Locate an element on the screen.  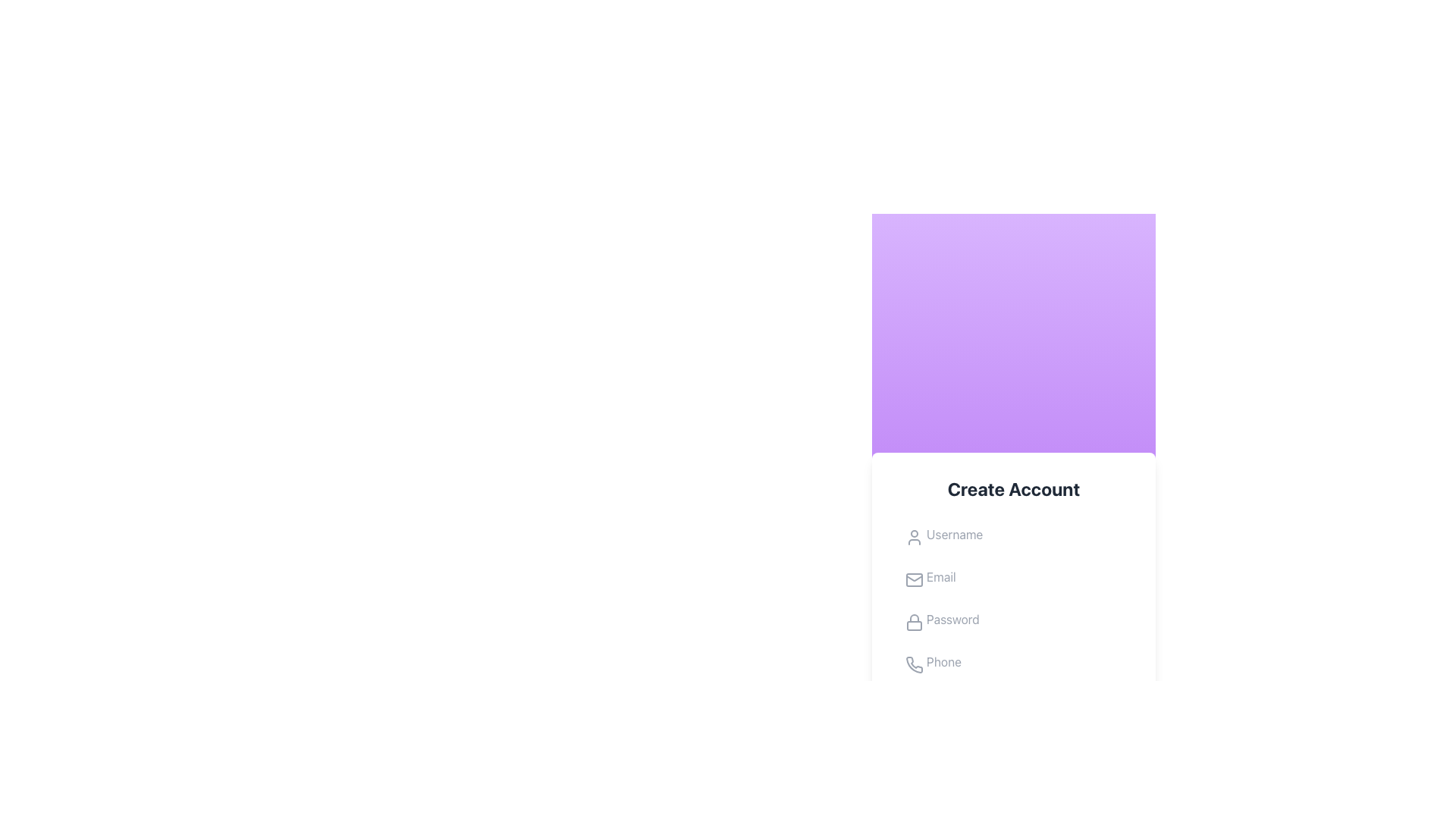
the non-interactive graphical lock icon located next to the 'Password' label in the form interface, specifically targeting the bottom rectangular portion of the padlock is located at coordinates (913, 626).